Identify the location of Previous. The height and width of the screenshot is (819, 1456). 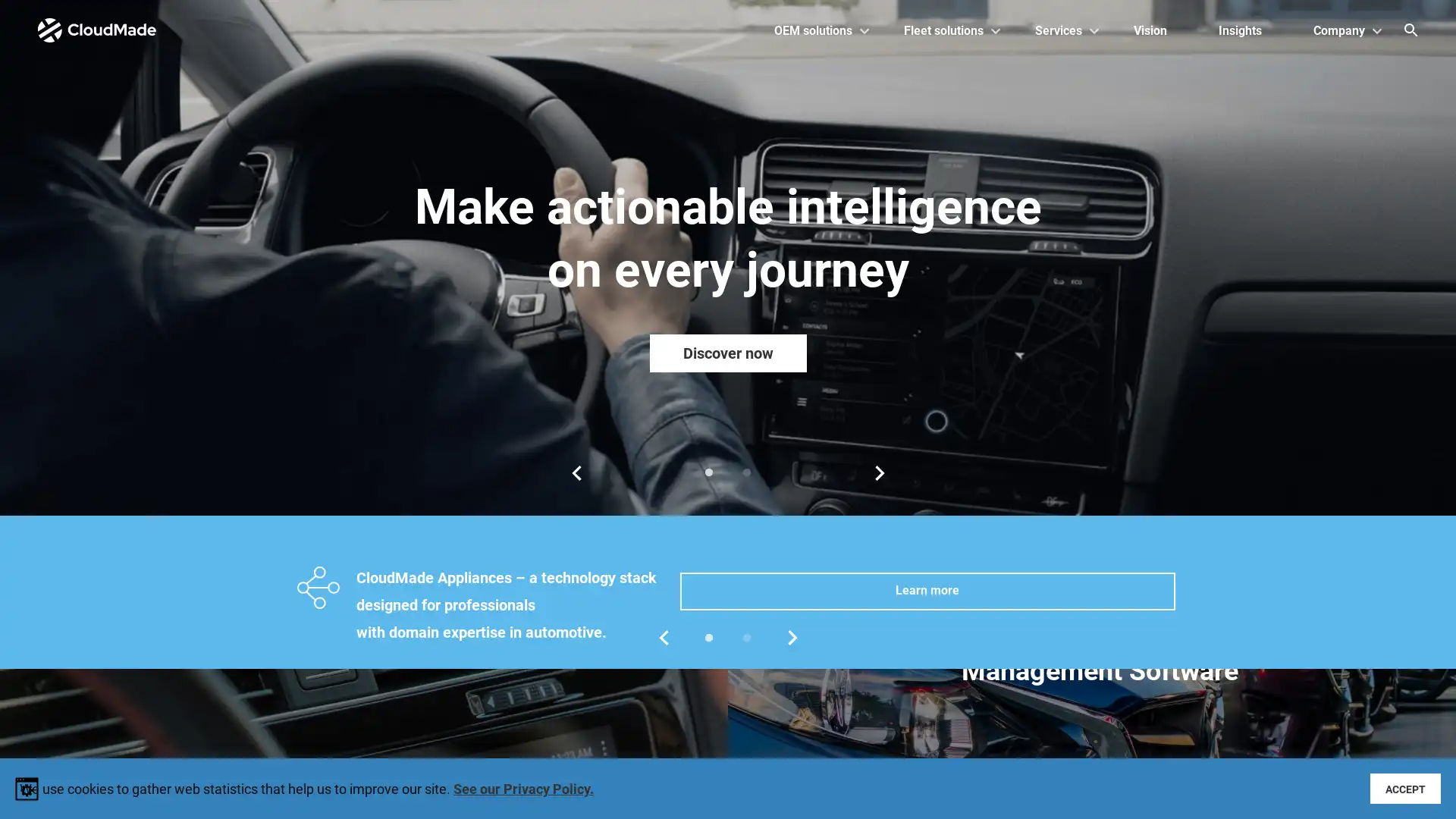
(575, 472).